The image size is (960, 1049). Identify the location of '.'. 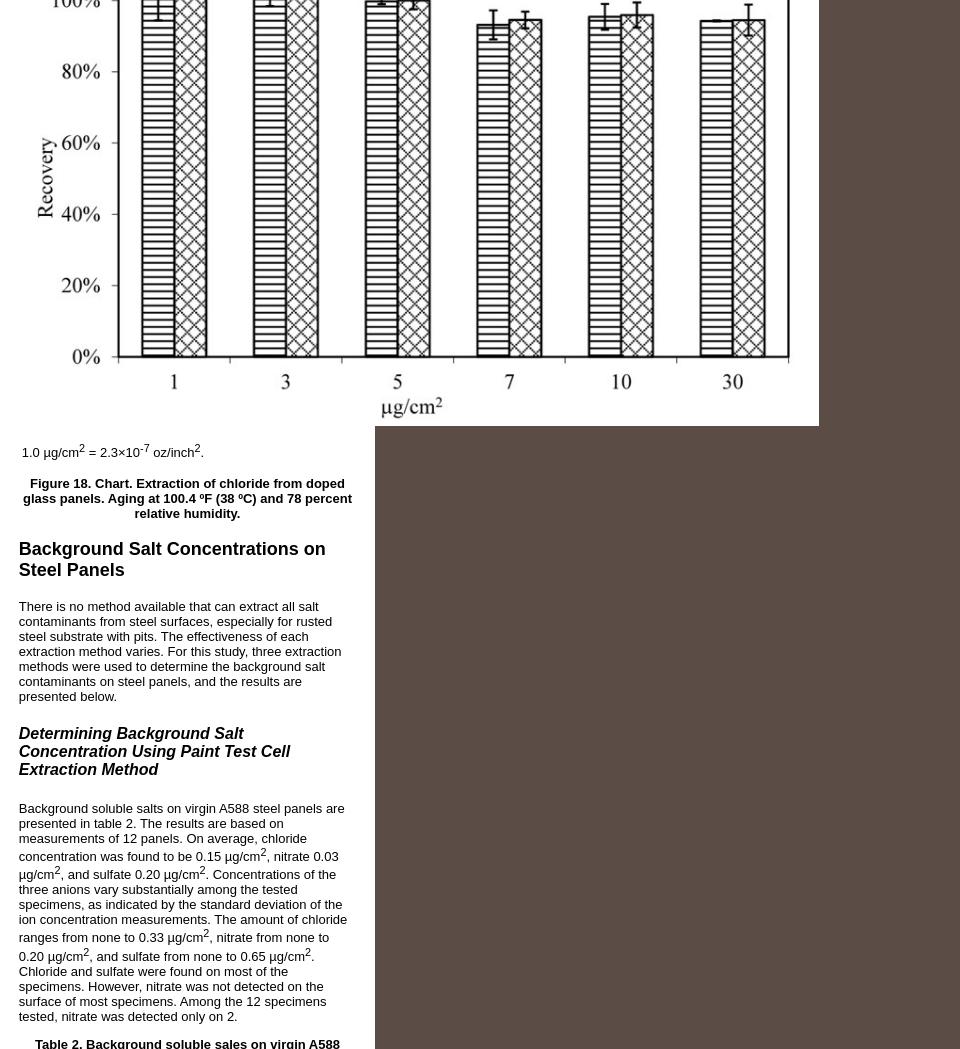
(201, 452).